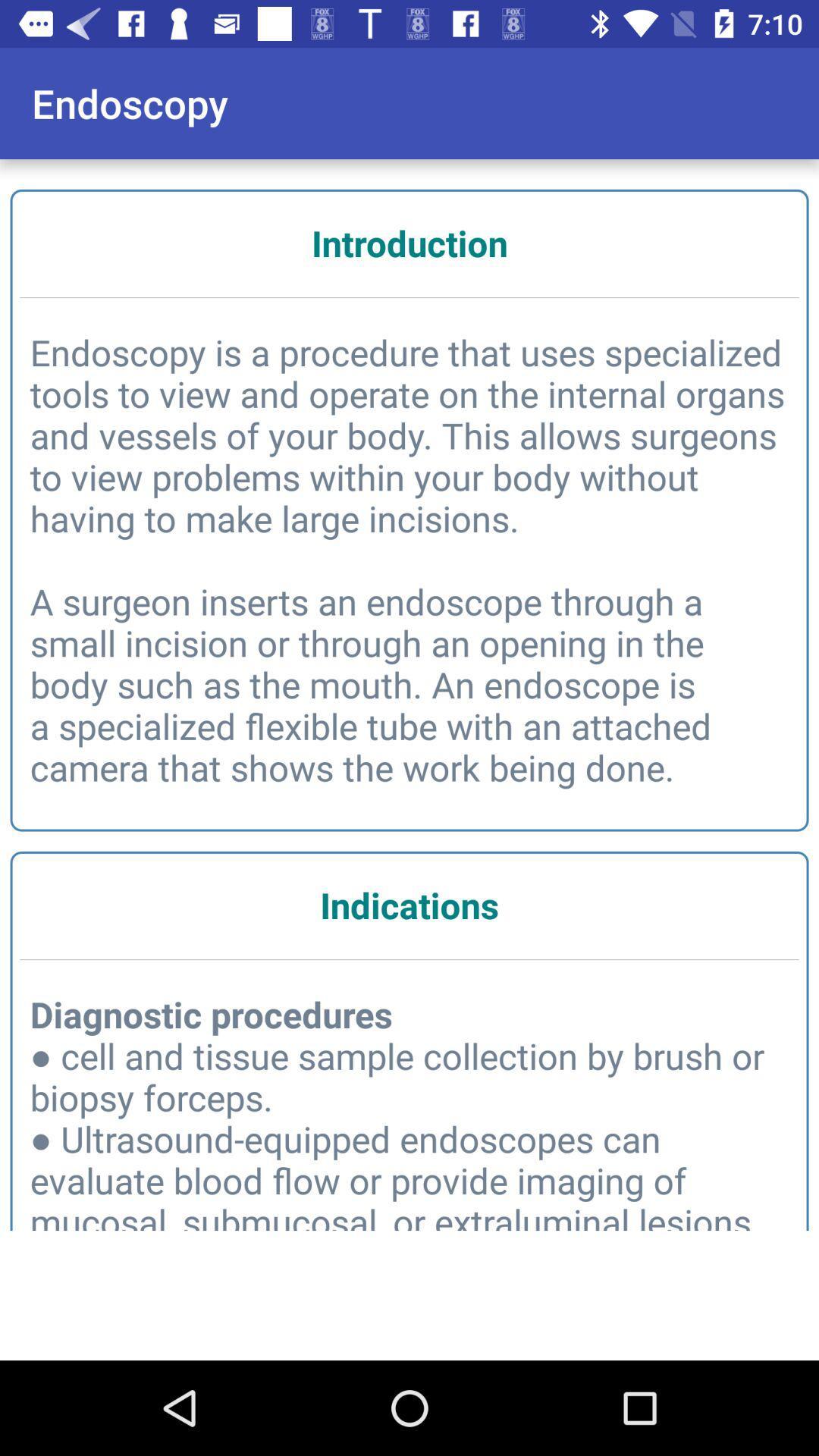 The width and height of the screenshot is (819, 1456). What do you see at coordinates (409, 559) in the screenshot?
I see `endoscopy is a icon` at bounding box center [409, 559].